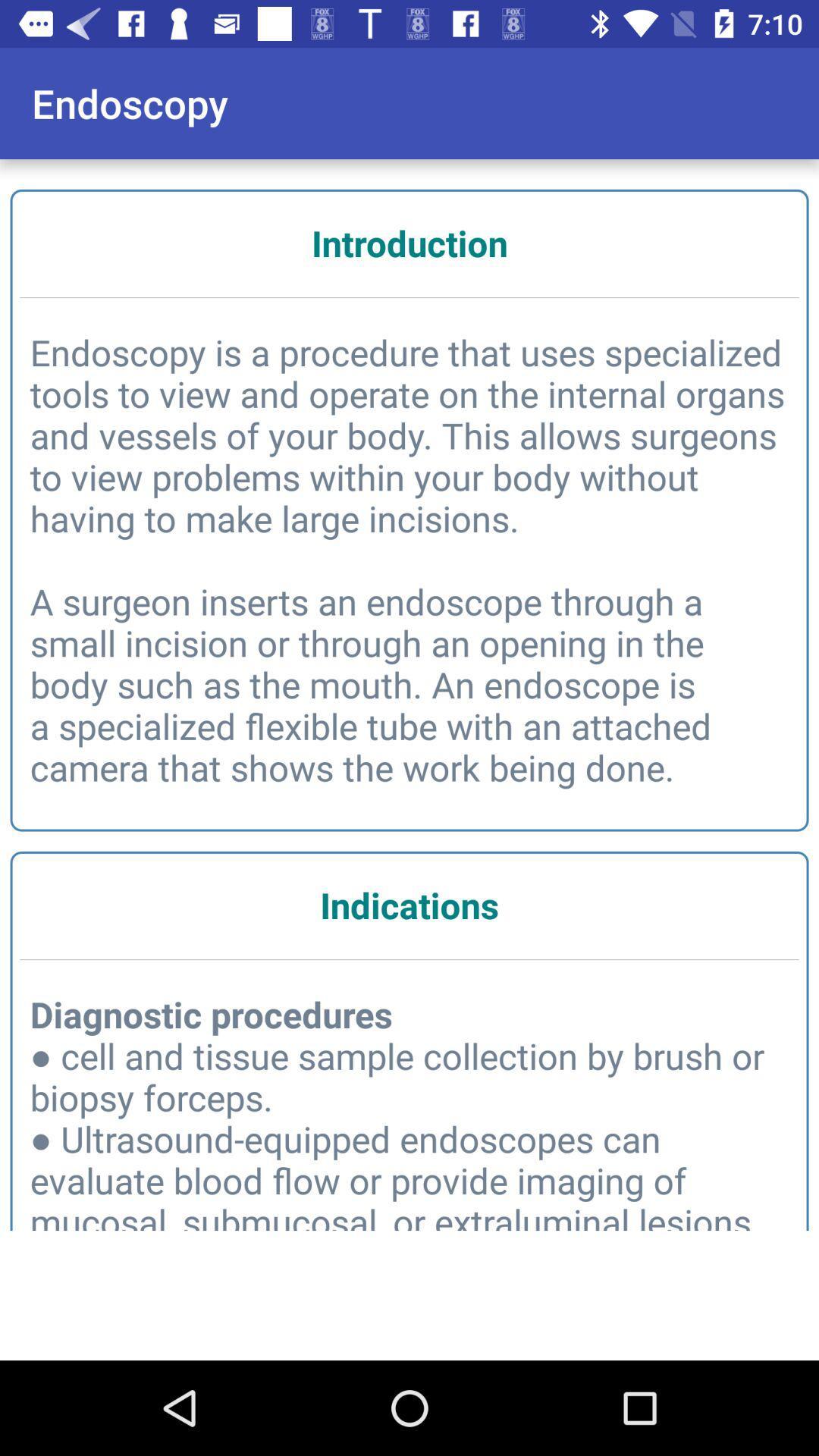 The width and height of the screenshot is (819, 1456). What do you see at coordinates (409, 559) in the screenshot?
I see `endoscopy is a icon` at bounding box center [409, 559].